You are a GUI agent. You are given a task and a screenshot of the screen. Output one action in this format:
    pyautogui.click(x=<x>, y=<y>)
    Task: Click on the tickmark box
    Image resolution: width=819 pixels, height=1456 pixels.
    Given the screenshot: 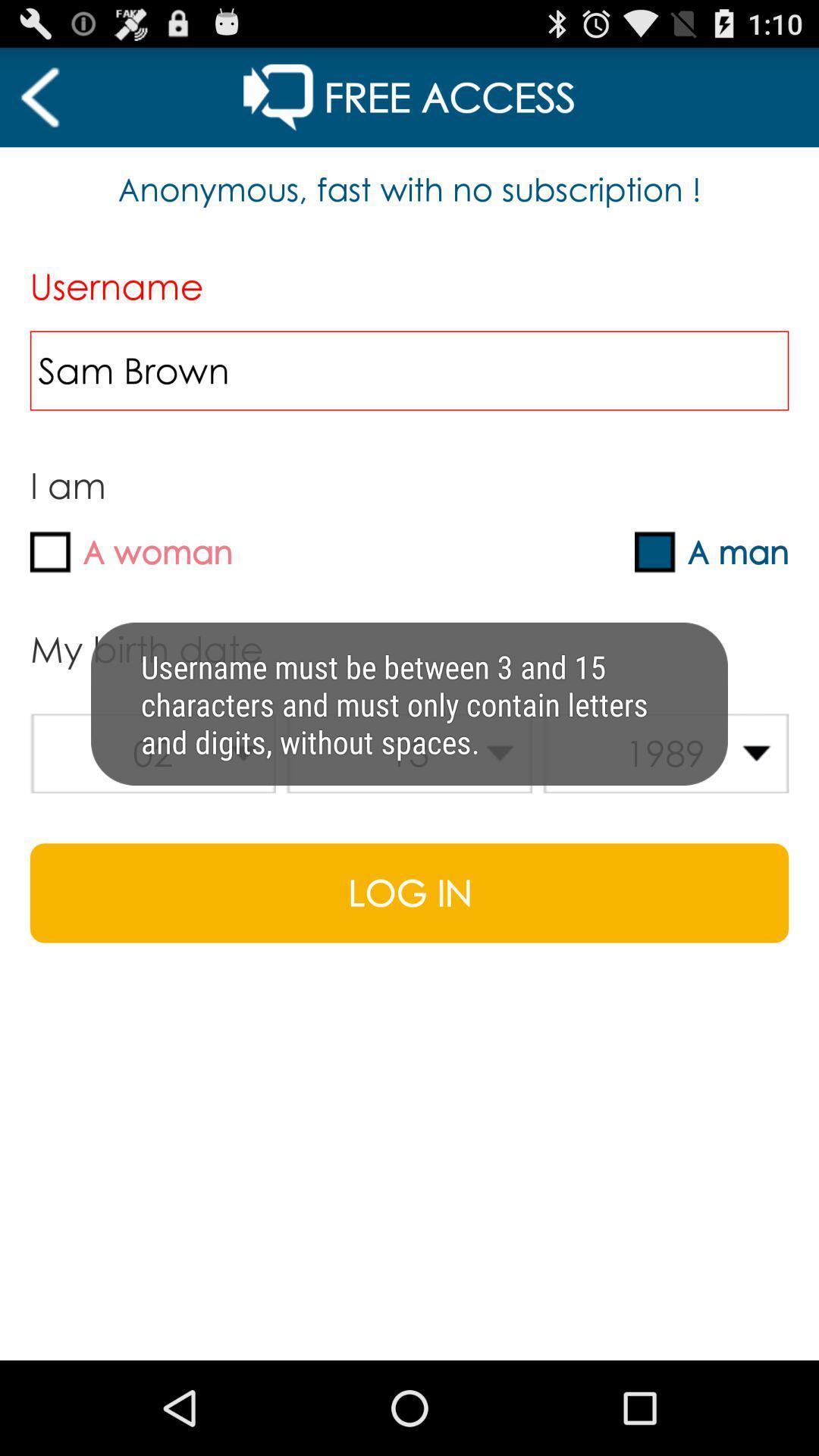 What is the action you would take?
    pyautogui.click(x=654, y=551)
    